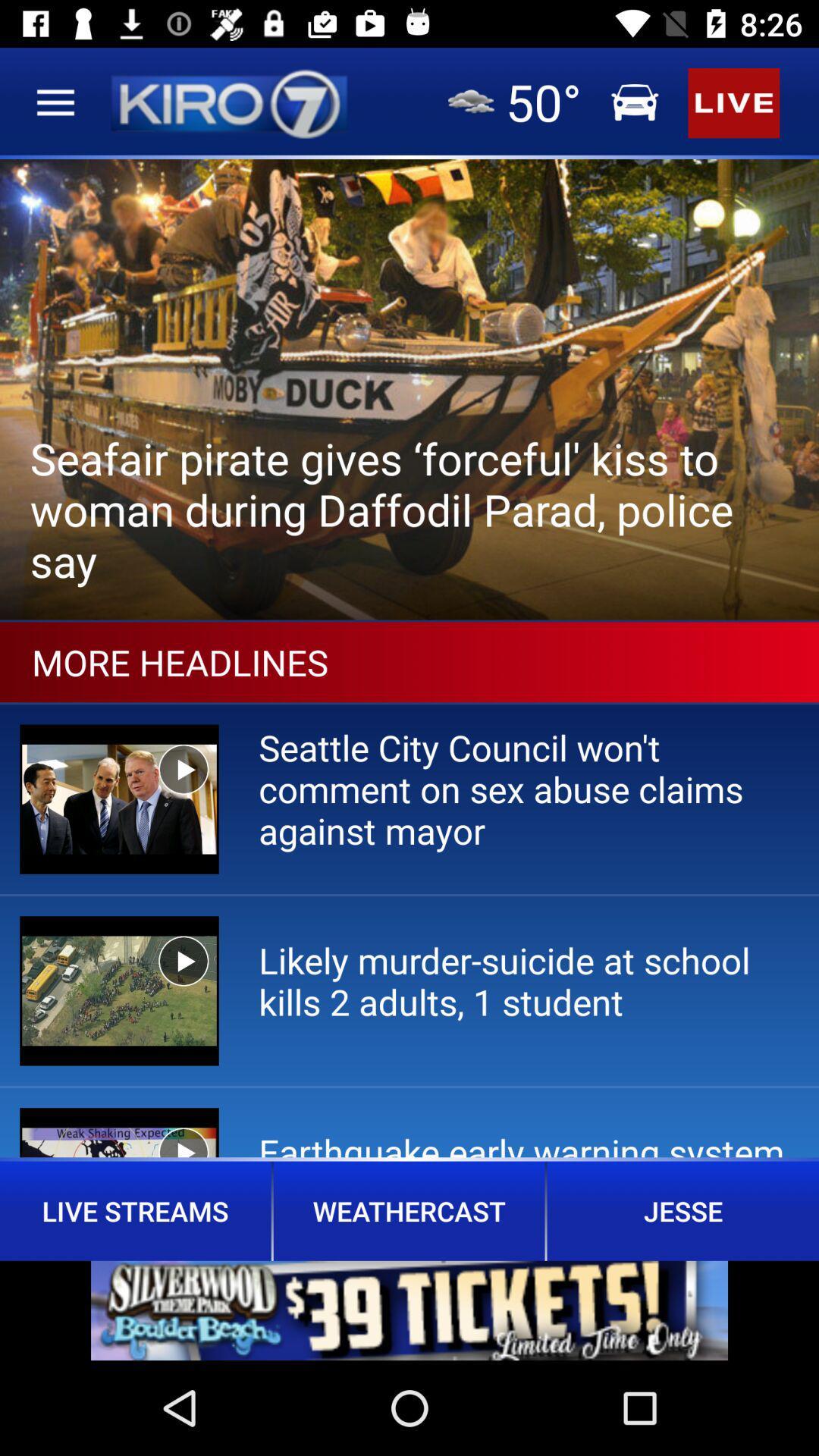  I want to click on the second image in more headlines, so click(118, 990).